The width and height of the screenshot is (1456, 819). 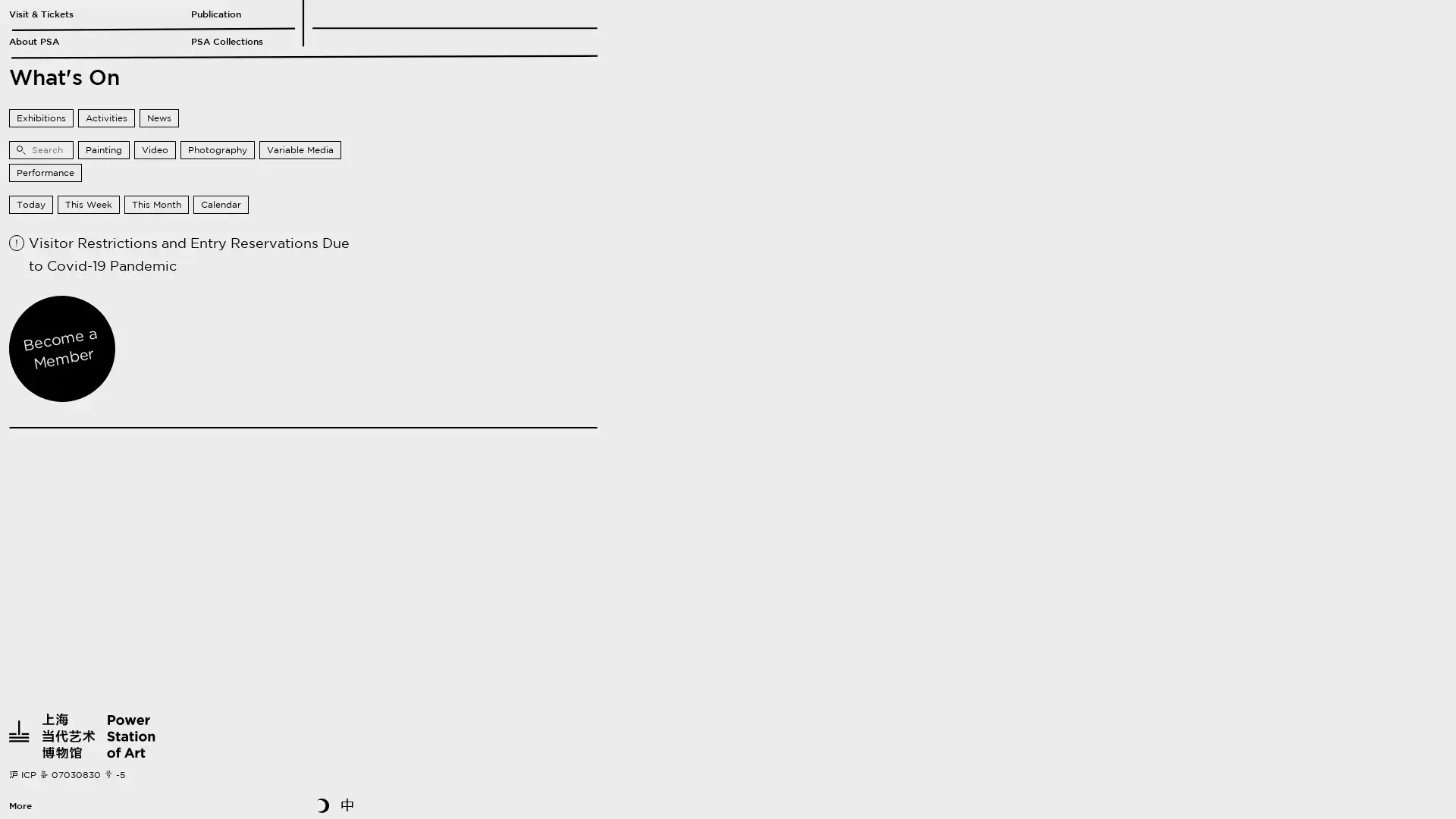 I want to click on Video, so click(x=155, y=149).